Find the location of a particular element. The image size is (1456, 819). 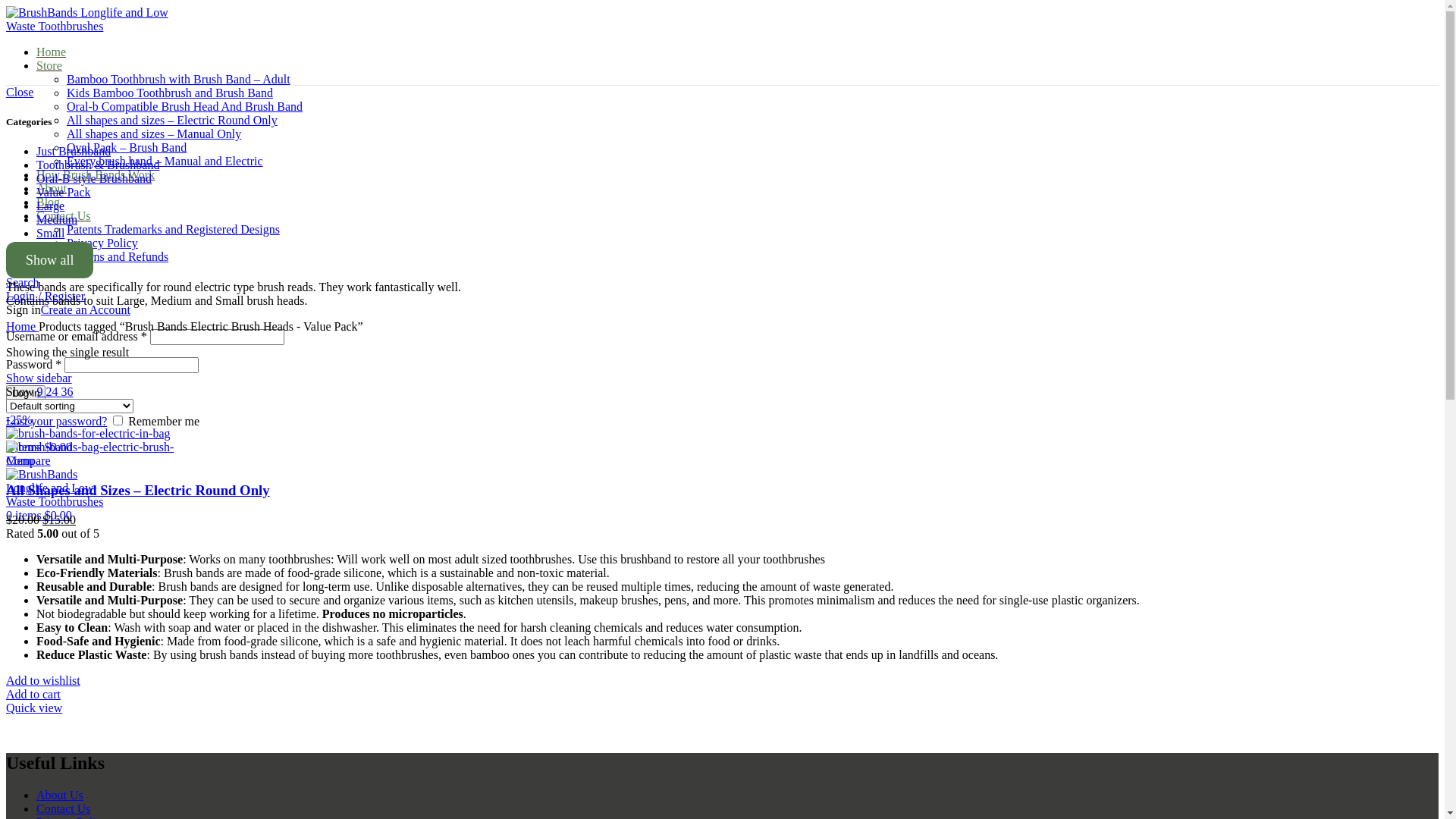

'Add to cart' is located at coordinates (33, 694).